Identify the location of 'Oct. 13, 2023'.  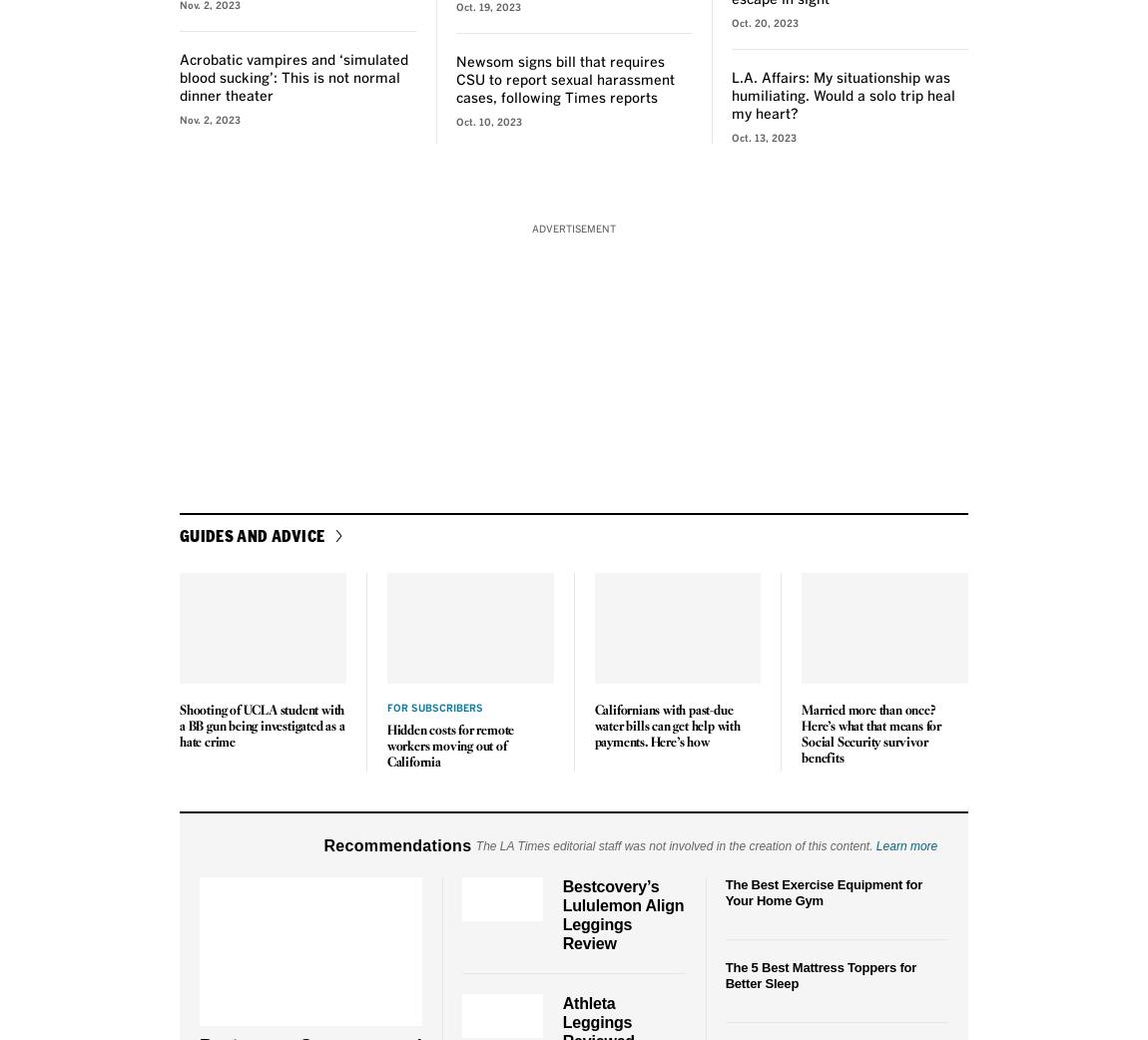
(731, 137).